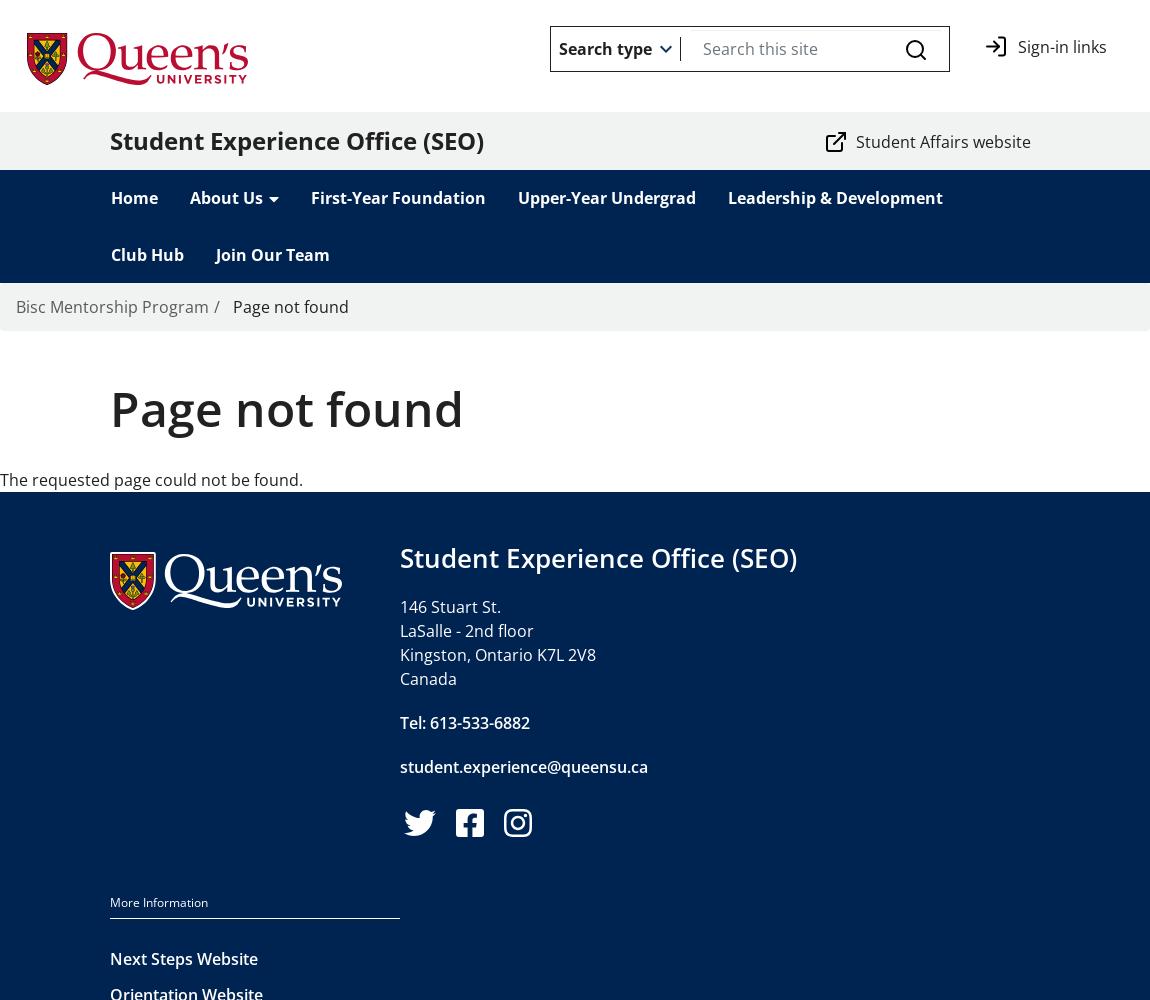  Describe the element at coordinates (399, 766) in the screenshot. I see `'student.experience@queensu.ca'` at that location.